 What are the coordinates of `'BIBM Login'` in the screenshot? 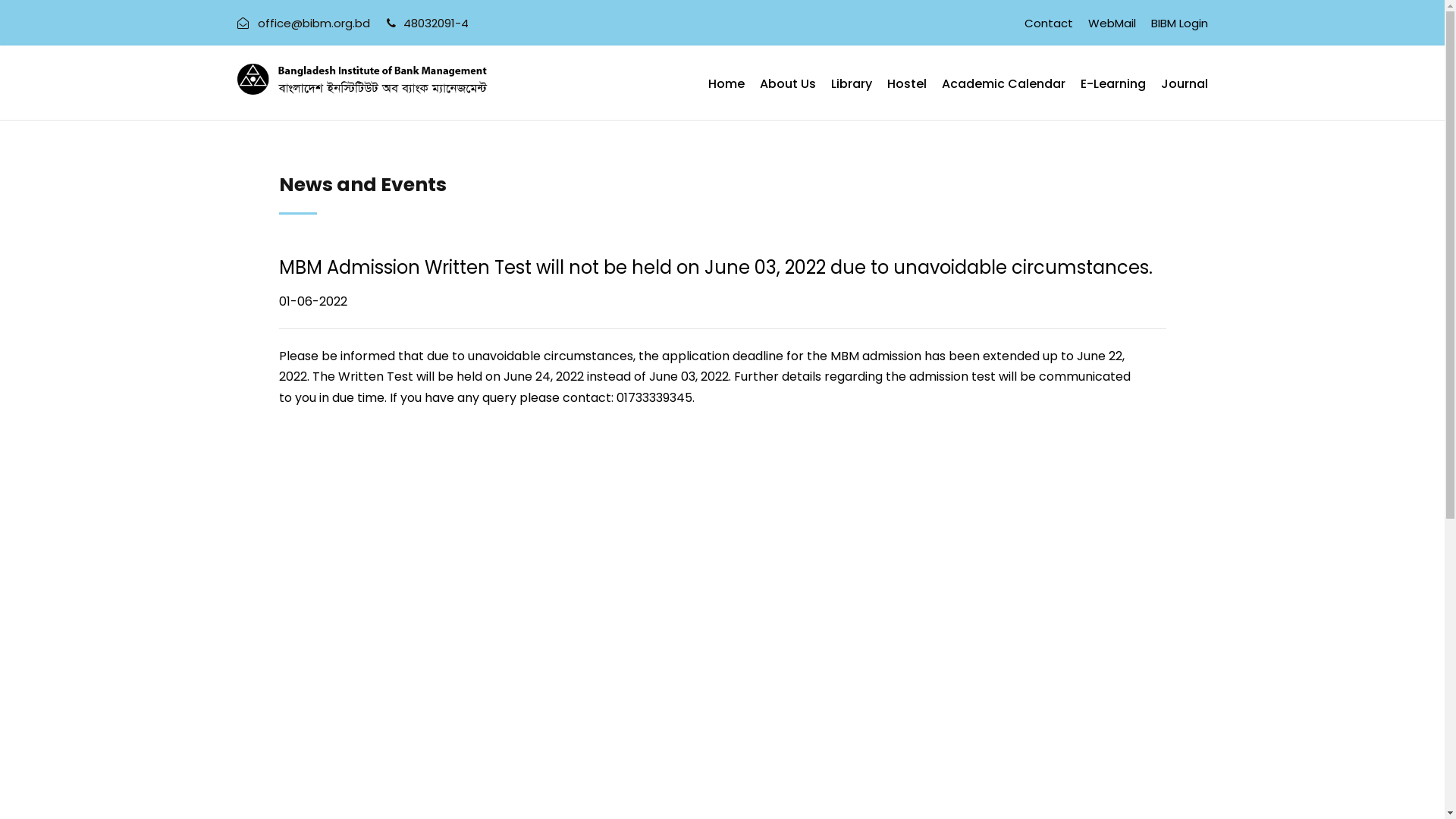 It's located at (1178, 30).